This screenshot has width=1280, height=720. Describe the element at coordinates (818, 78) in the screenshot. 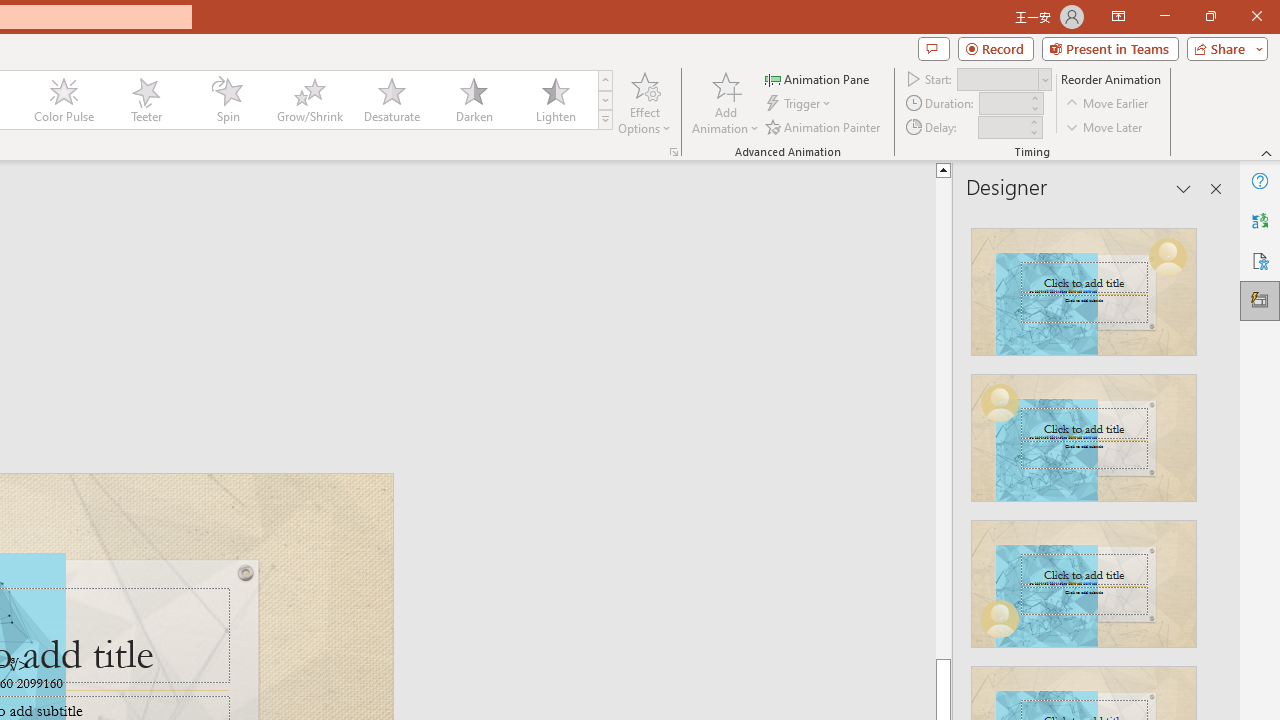

I see `'Animation Pane'` at that location.